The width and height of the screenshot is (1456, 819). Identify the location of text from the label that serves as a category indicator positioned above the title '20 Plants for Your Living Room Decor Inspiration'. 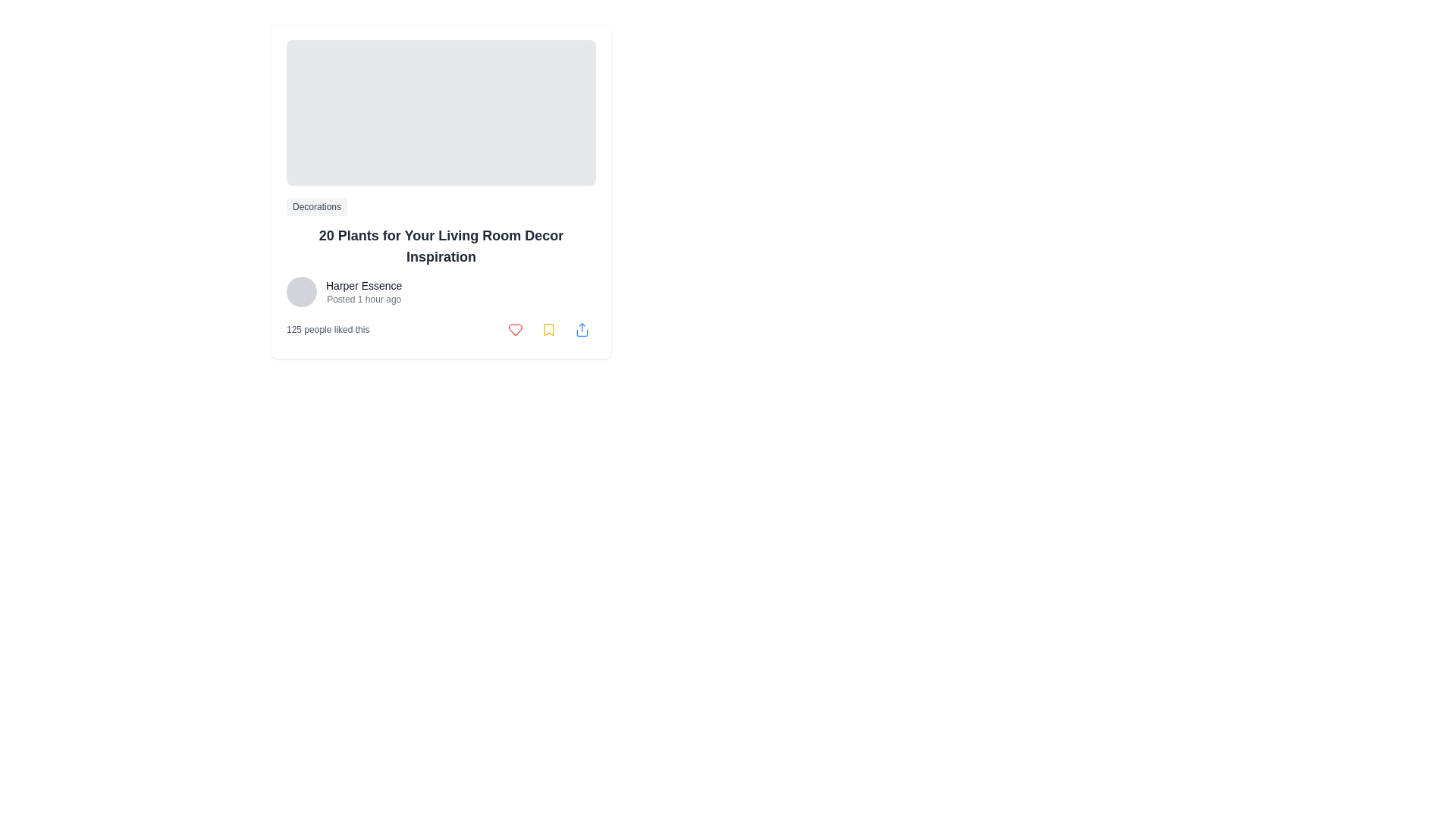
(315, 207).